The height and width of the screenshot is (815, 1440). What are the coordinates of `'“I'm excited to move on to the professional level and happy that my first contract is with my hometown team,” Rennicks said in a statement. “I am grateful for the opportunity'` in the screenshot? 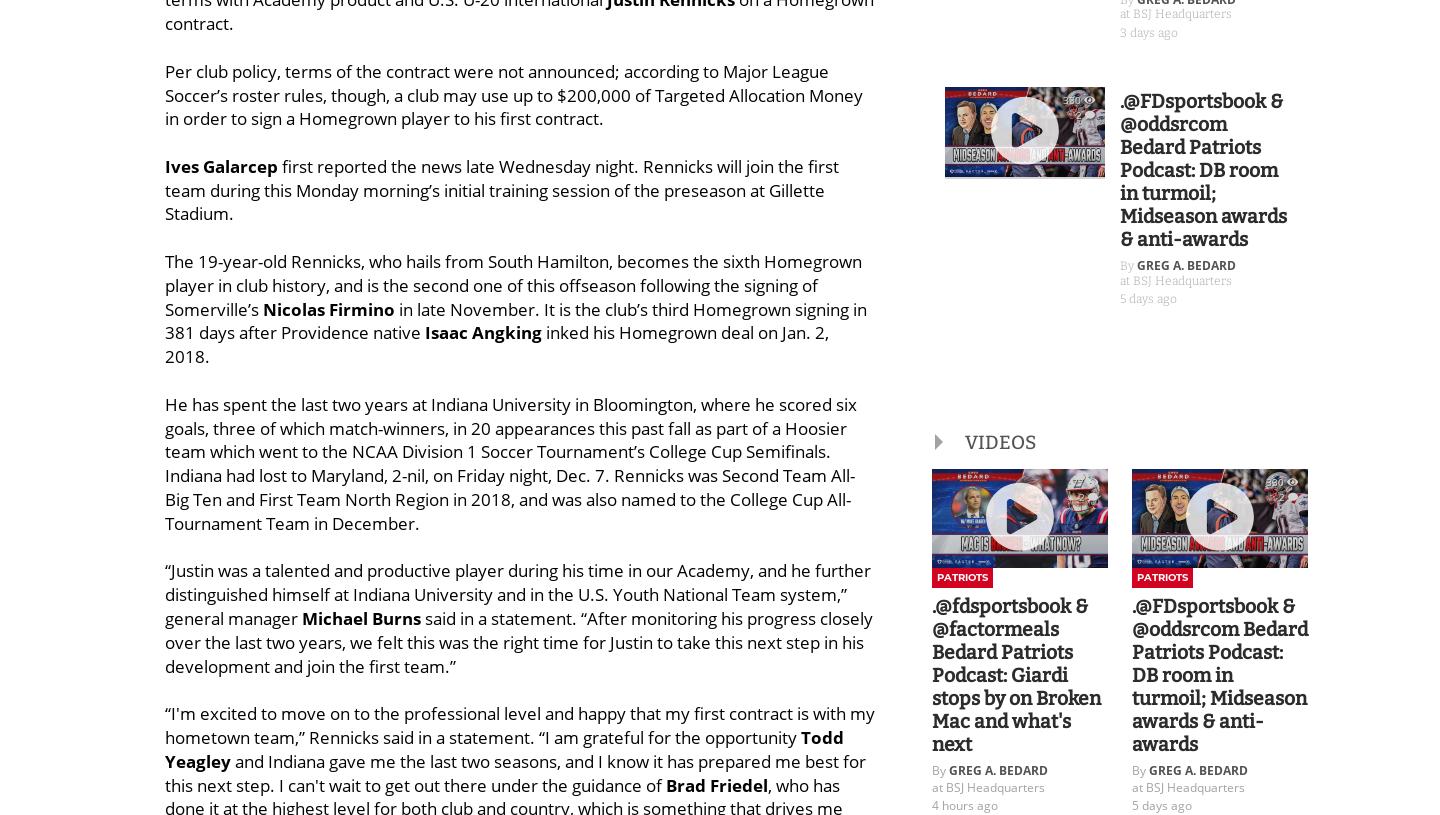 It's located at (518, 725).